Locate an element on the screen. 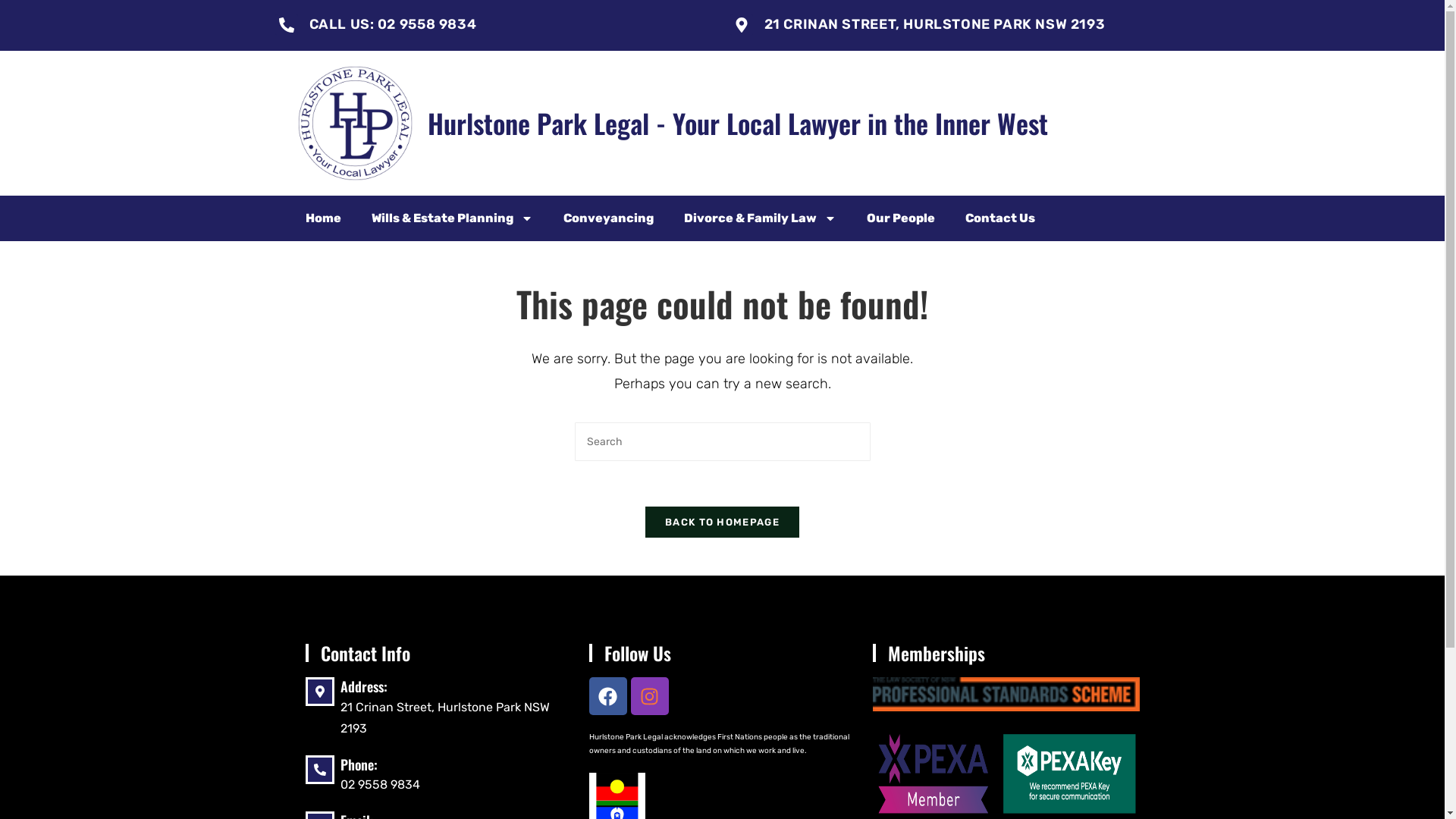 This screenshot has height=819, width=1456. 'BACK TO HOMEPAGE' is located at coordinates (645, 521).